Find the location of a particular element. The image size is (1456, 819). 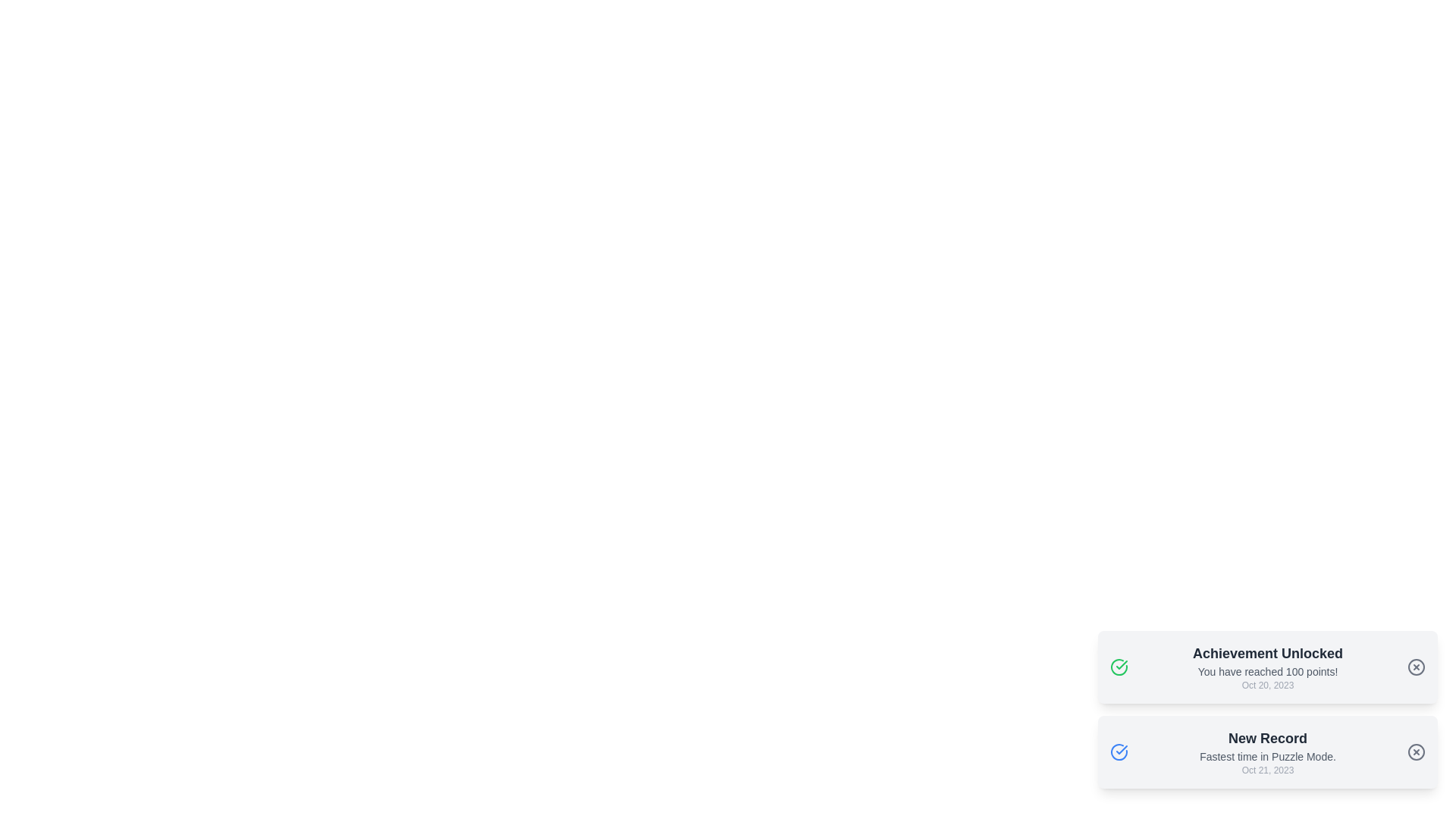

the achievement icon located within the 'Achievement Unlocked' notification card, positioned to the left of the title text is located at coordinates (1119, 666).